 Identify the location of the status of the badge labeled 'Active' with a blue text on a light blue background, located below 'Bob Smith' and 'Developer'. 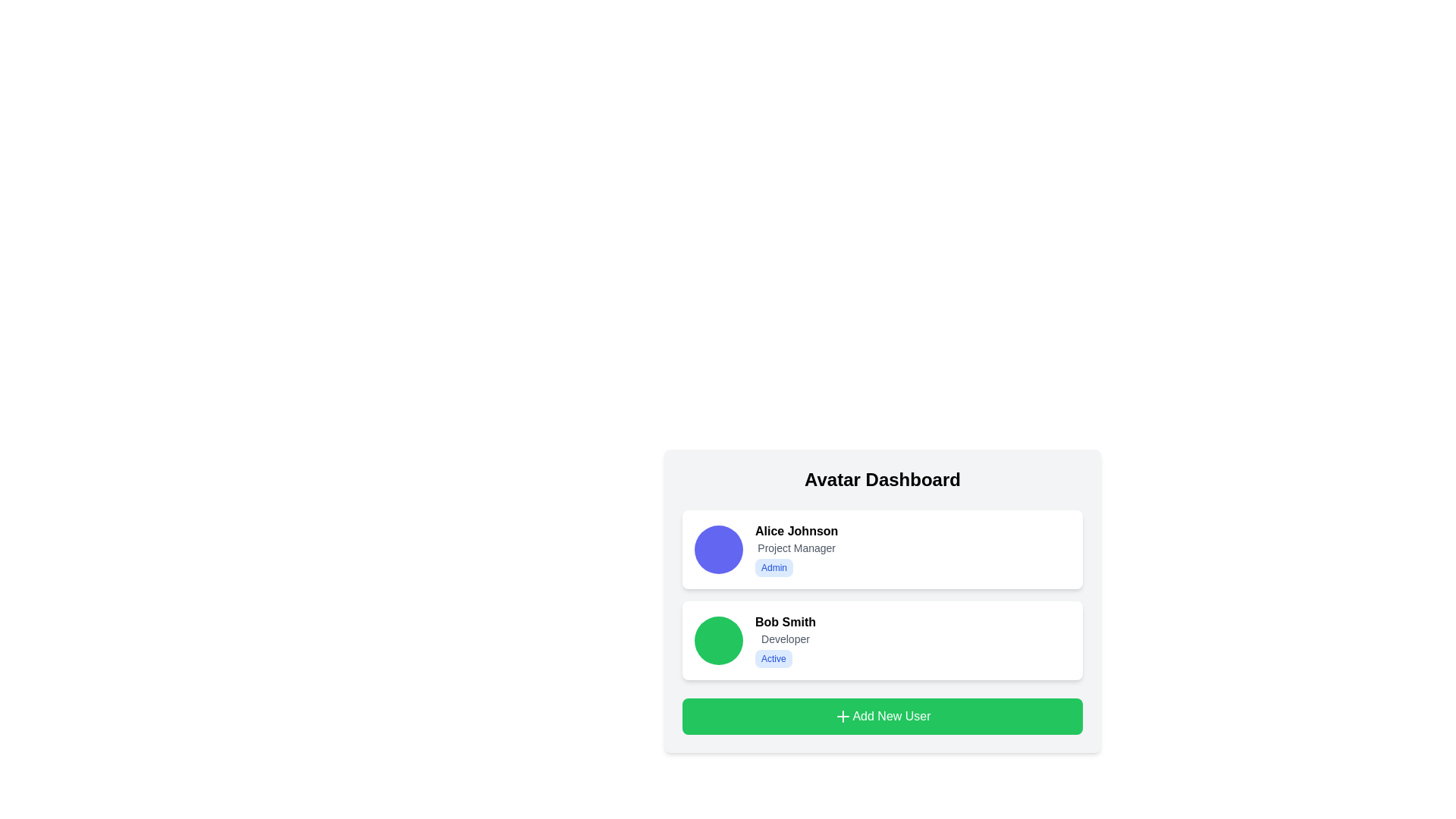
(786, 657).